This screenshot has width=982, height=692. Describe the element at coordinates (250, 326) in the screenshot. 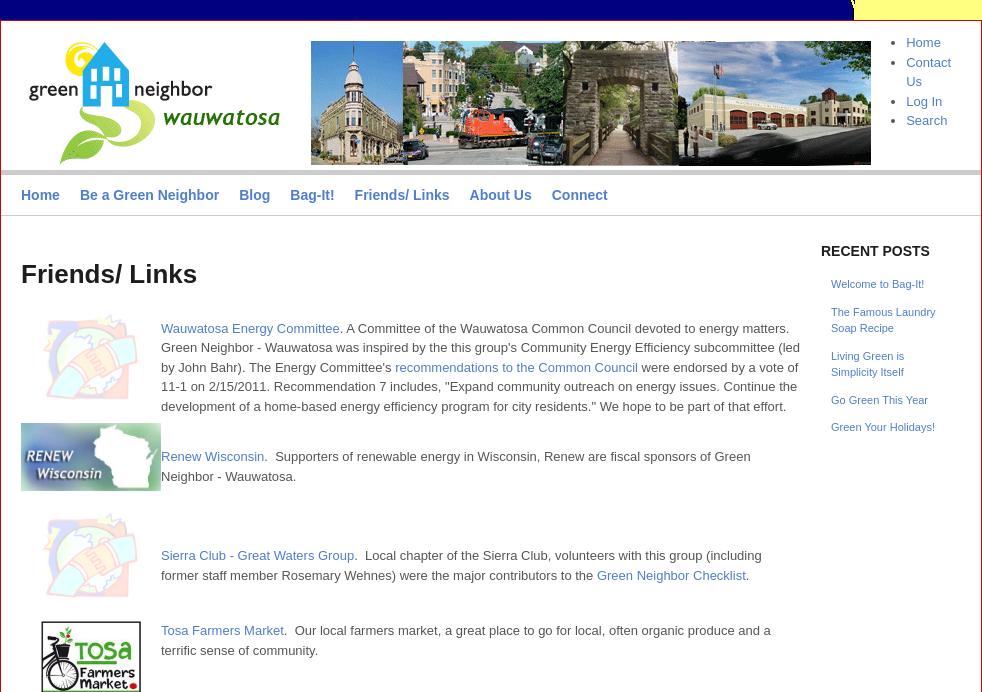

I see `'Wauwatosa Energy Committee'` at that location.